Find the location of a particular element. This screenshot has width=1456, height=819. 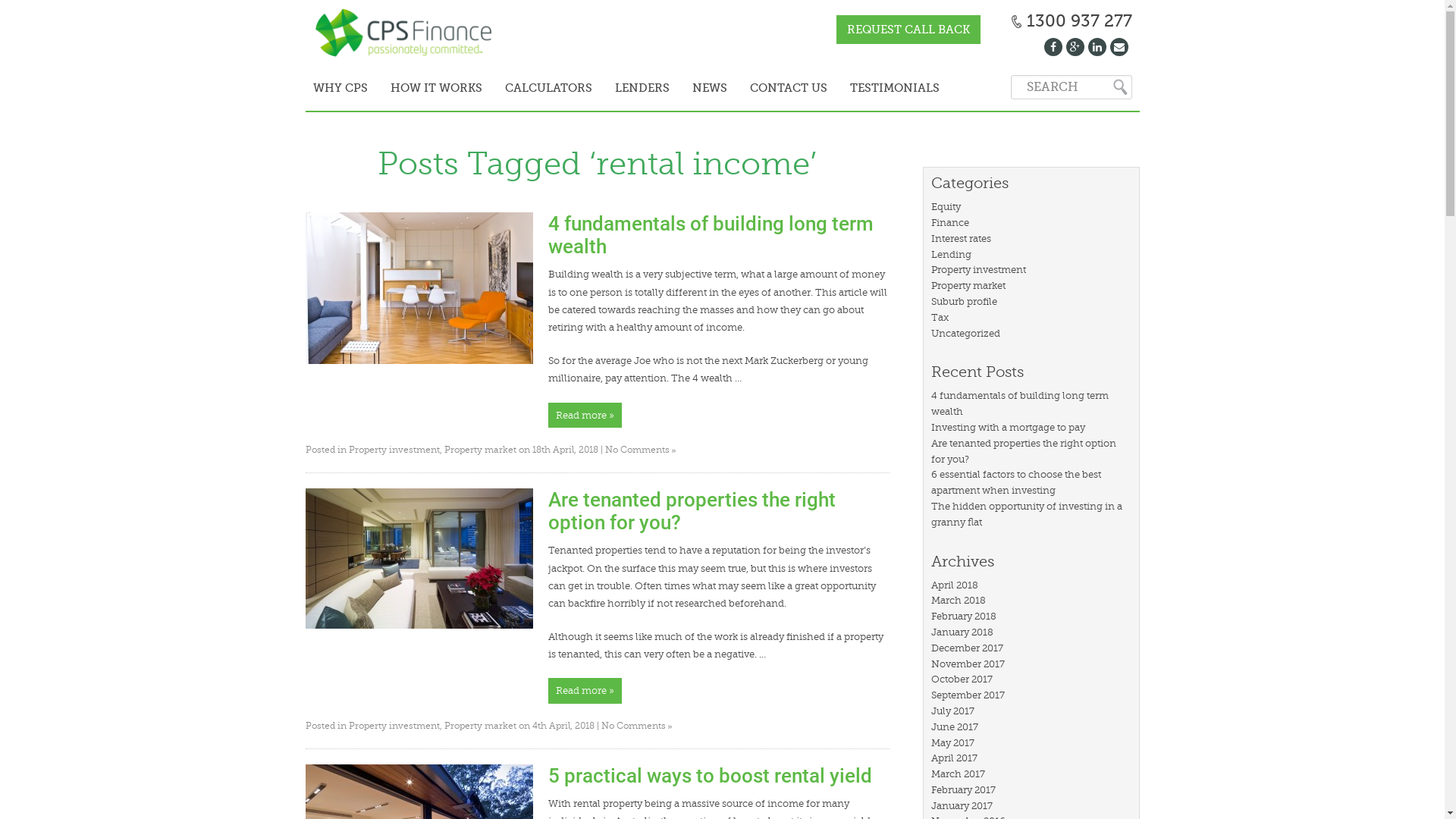

'December 2017' is located at coordinates (966, 648).